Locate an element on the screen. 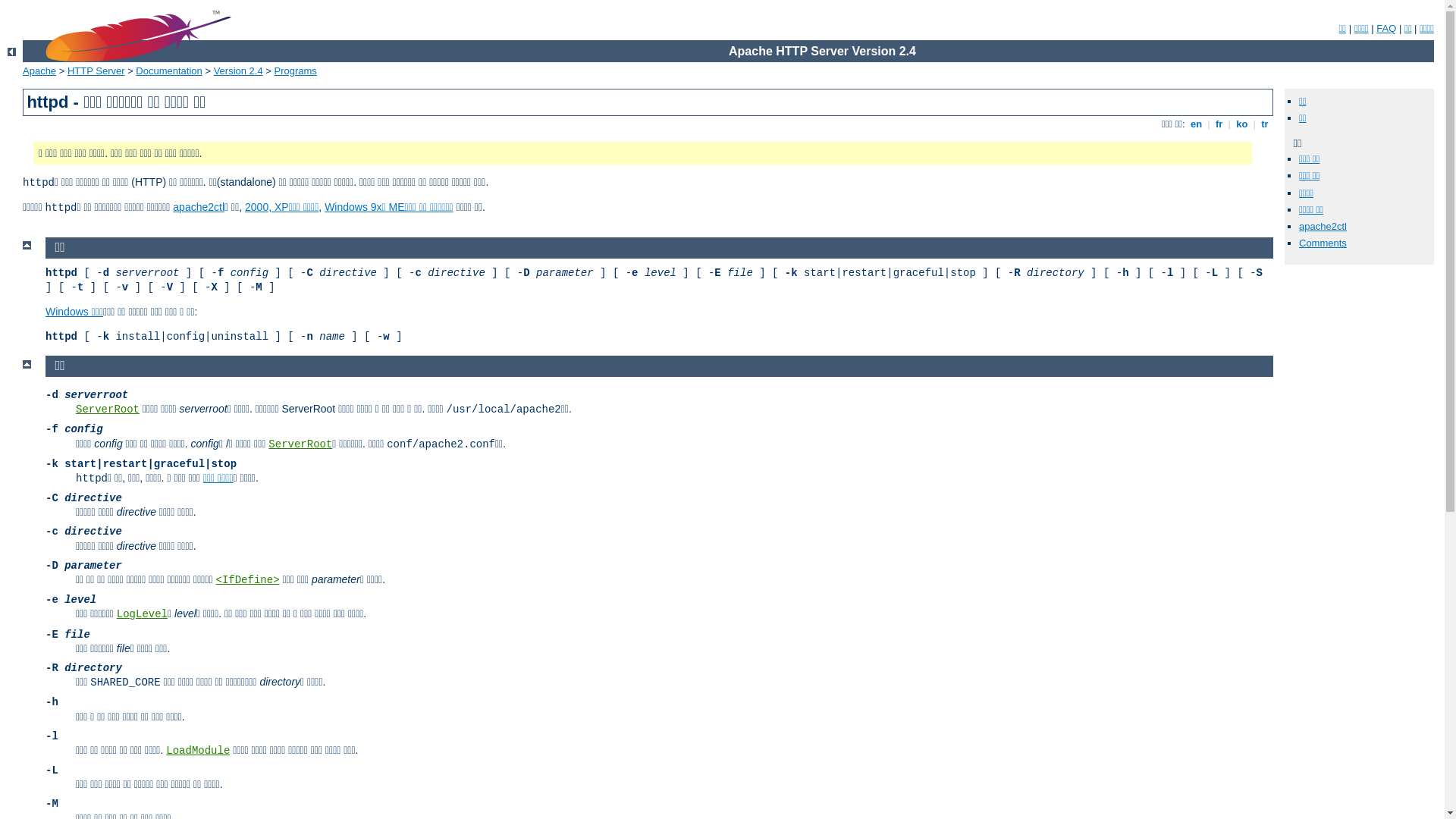  ' en ' is located at coordinates (1195, 123).